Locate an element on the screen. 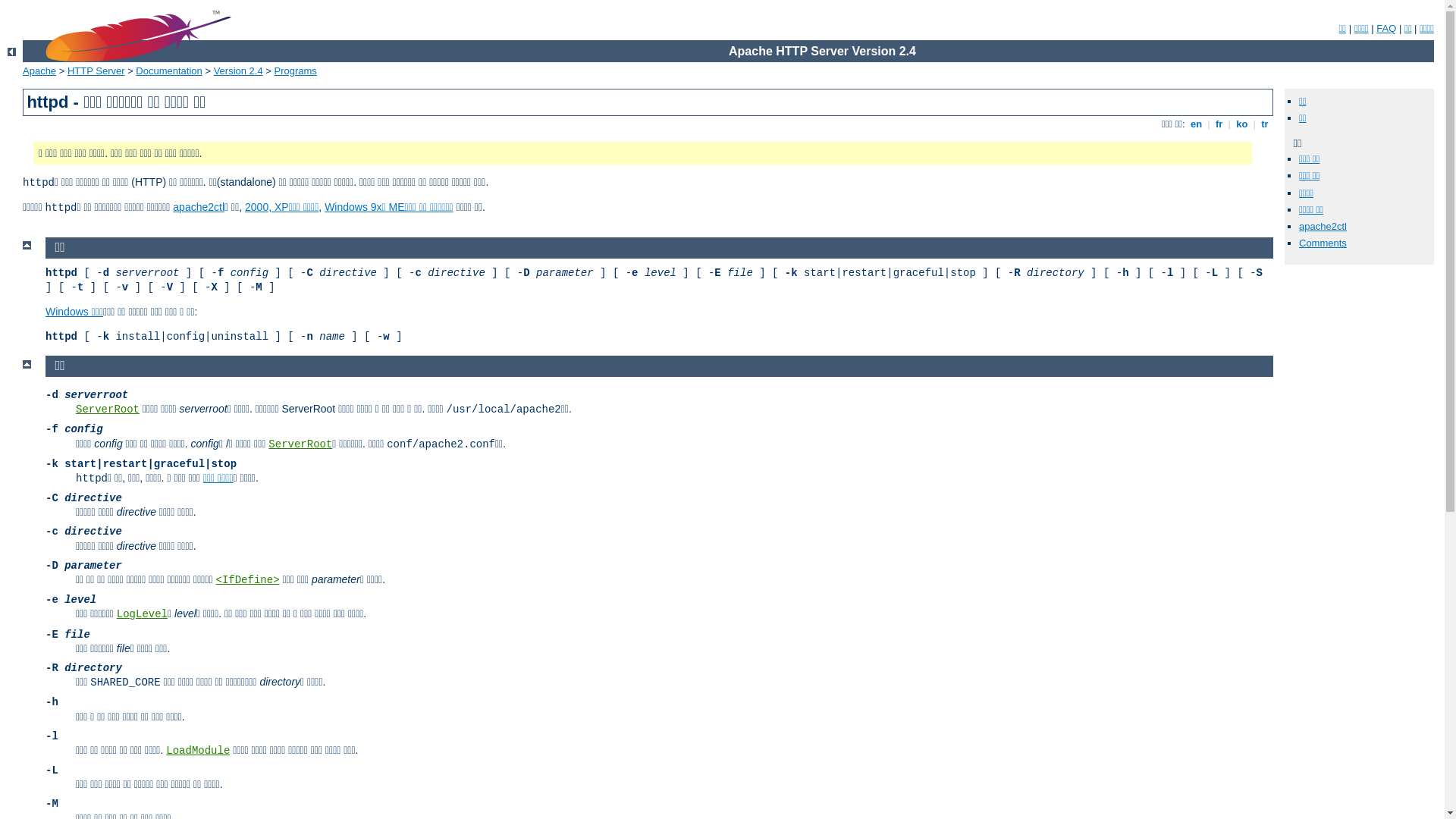  ' en ' is located at coordinates (1195, 123).